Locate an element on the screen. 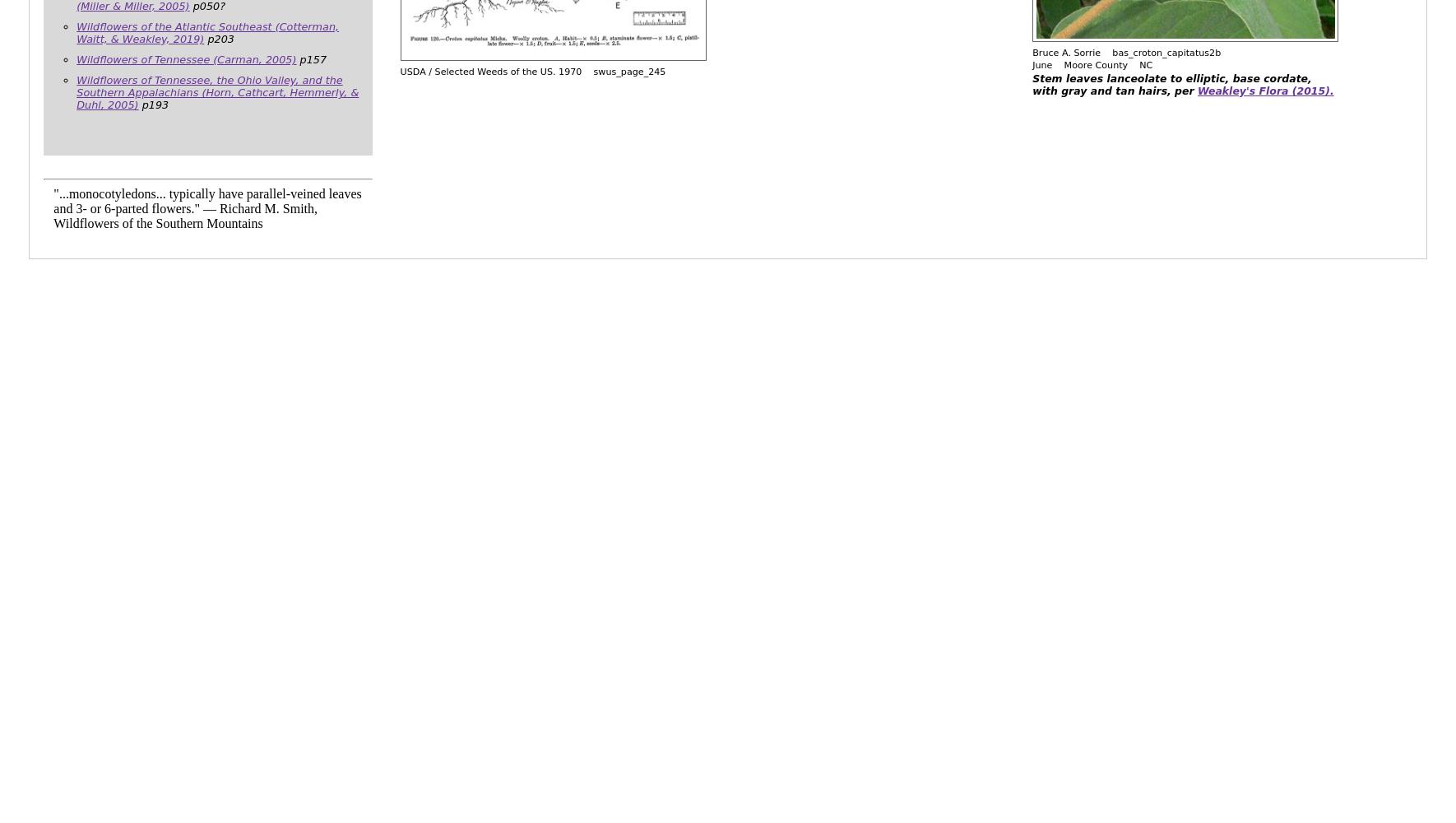  'USDA / Selected Weeds of the US. 1970    swus_page_245' is located at coordinates (531, 70).